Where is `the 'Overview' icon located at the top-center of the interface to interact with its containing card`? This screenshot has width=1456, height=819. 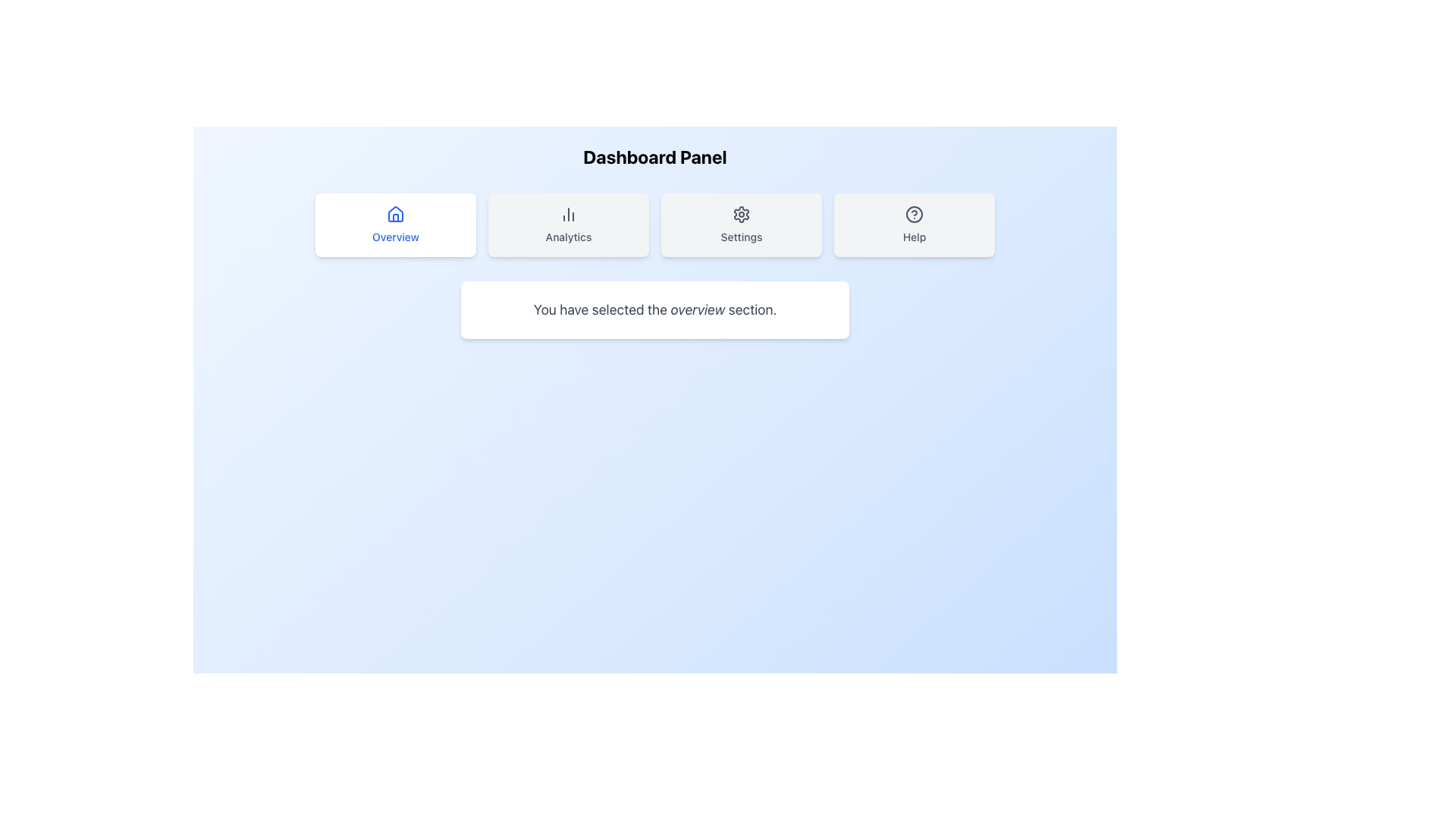
the 'Overview' icon located at the top-center of the interface to interact with its containing card is located at coordinates (396, 214).